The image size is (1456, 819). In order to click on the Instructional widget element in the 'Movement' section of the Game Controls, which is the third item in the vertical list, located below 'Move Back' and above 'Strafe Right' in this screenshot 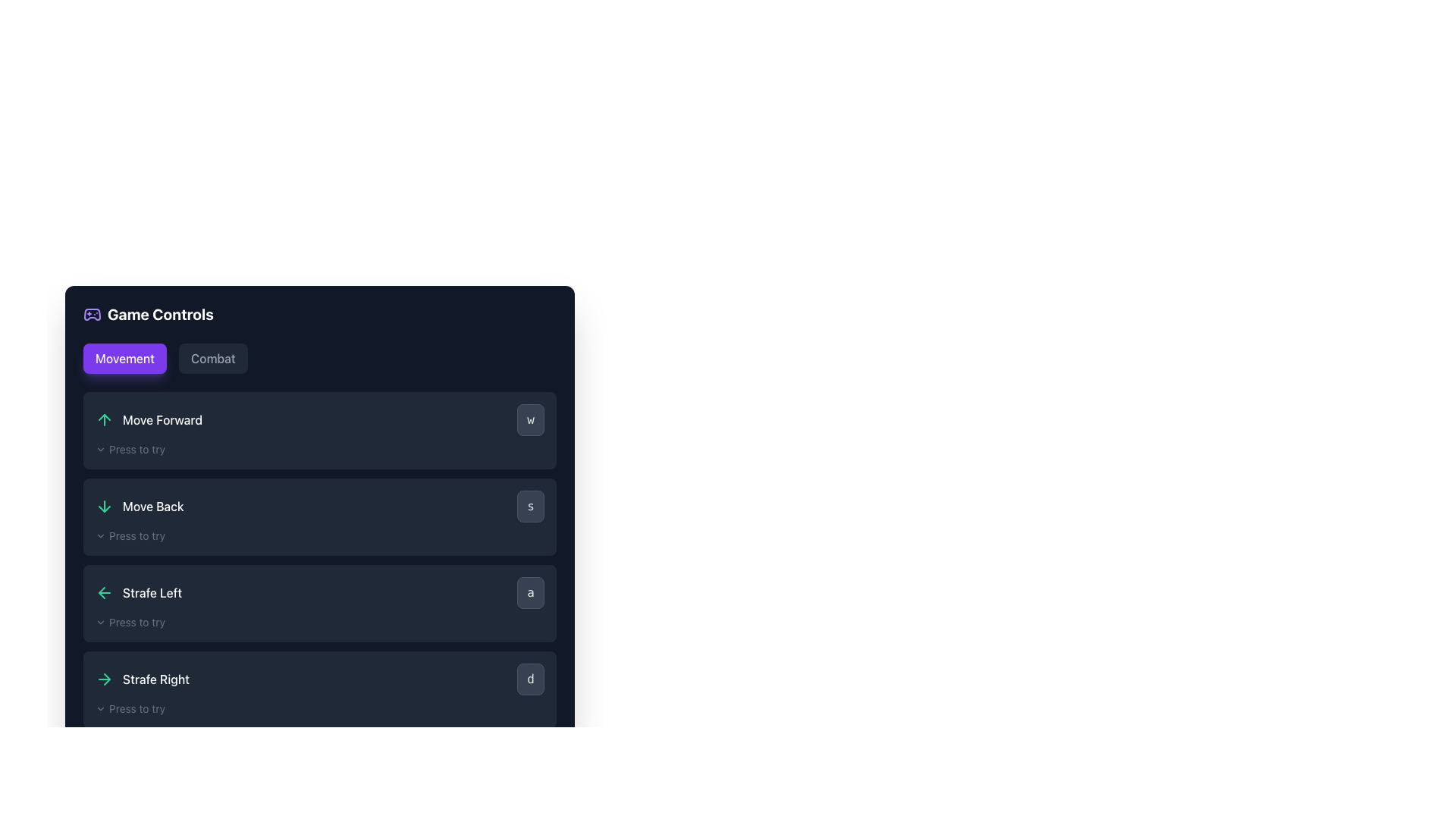, I will do `click(319, 560)`.